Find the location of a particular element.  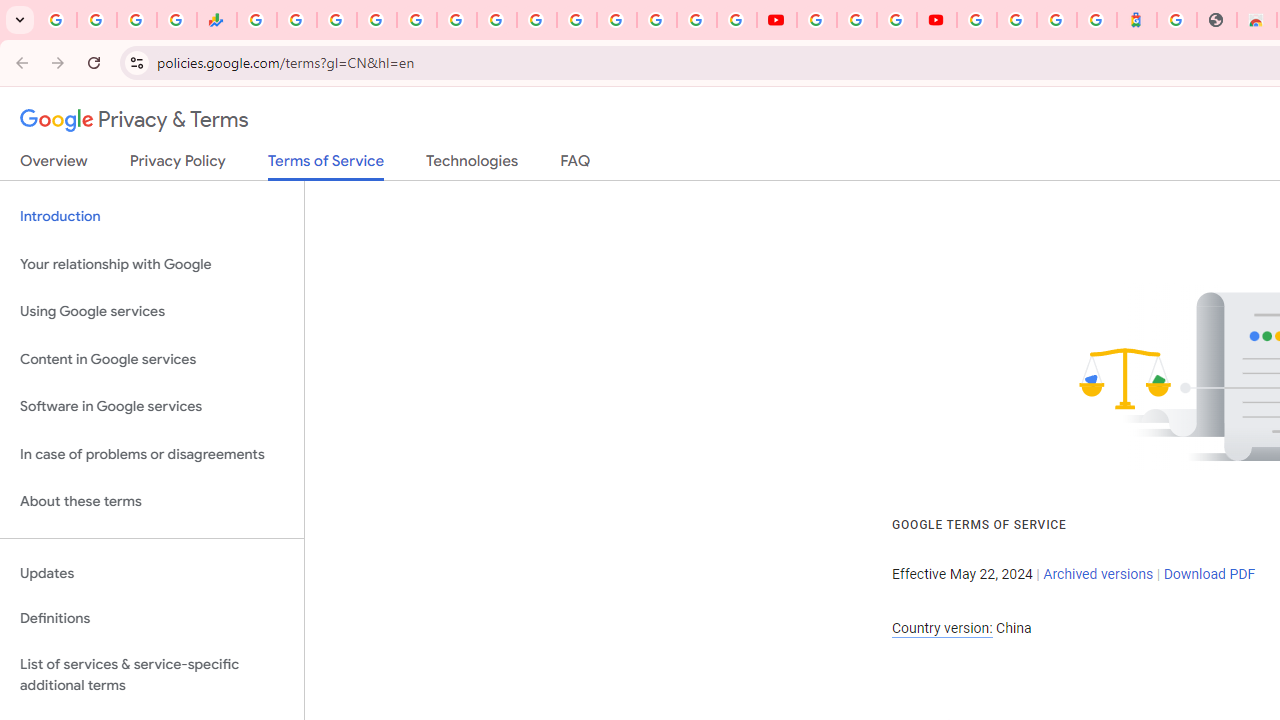

'YouTube' is located at coordinates (817, 20).